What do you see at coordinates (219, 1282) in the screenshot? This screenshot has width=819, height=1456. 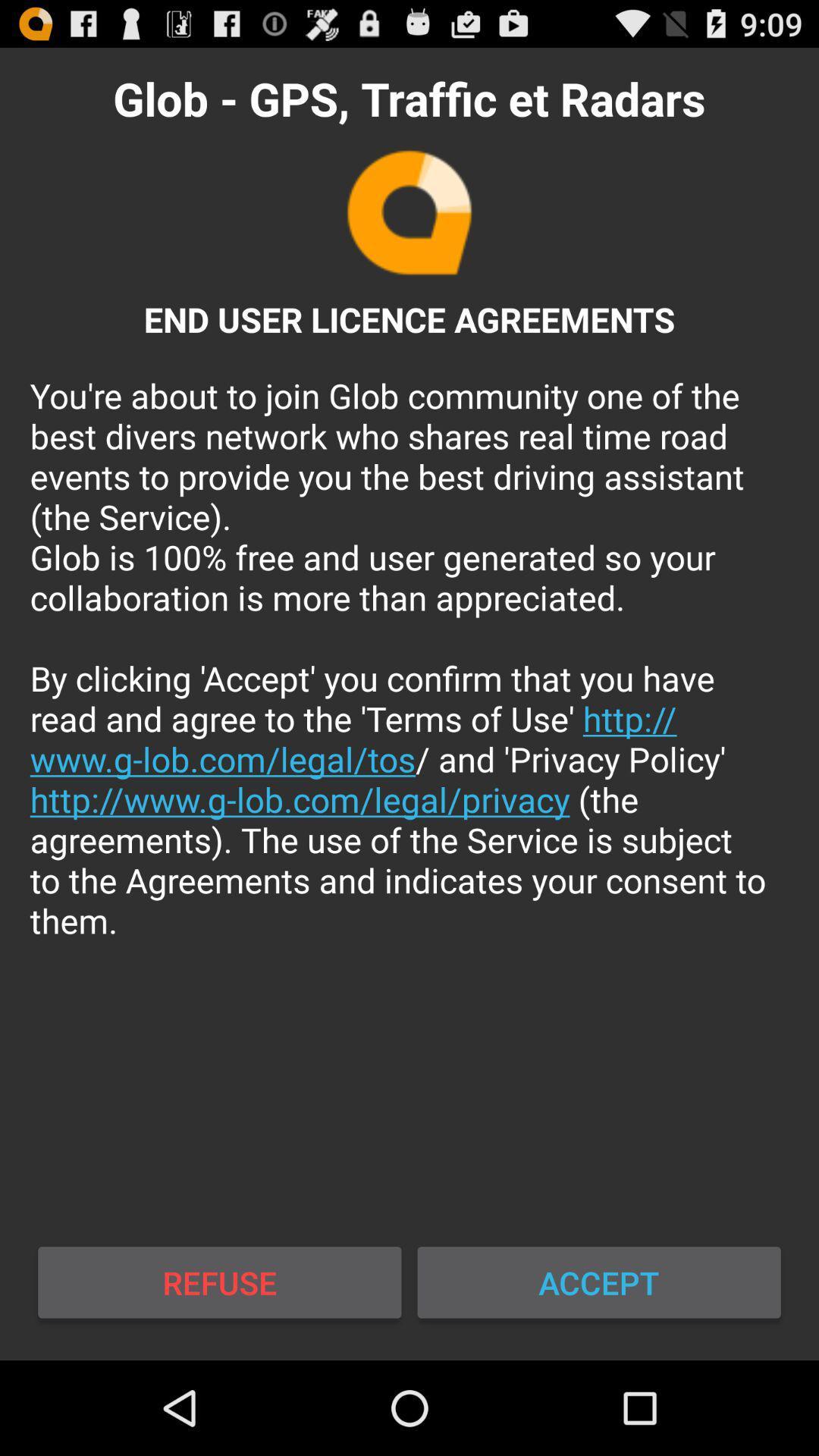 I see `the refuse button` at bounding box center [219, 1282].